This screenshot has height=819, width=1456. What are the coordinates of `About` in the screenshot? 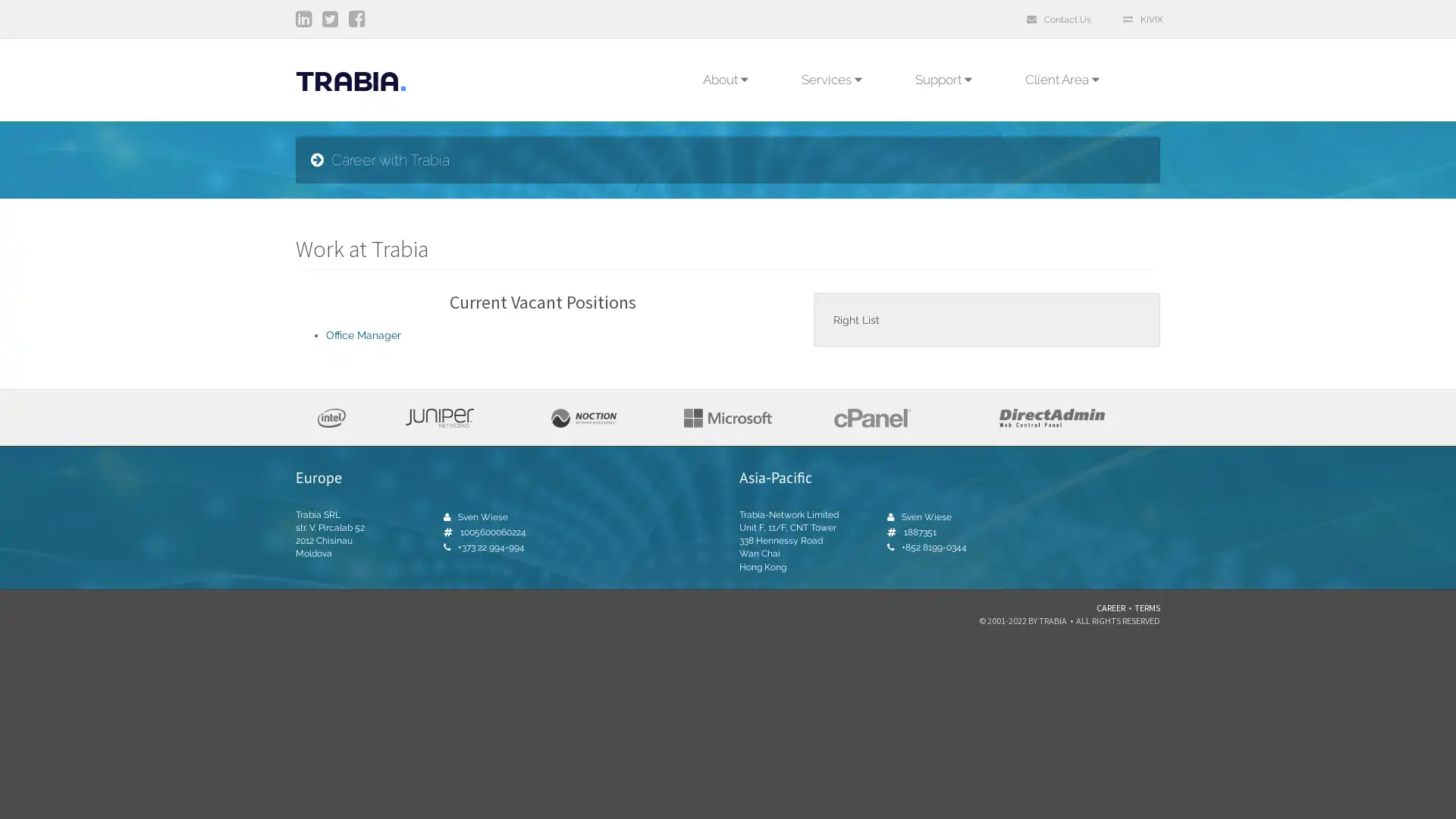 It's located at (724, 79).